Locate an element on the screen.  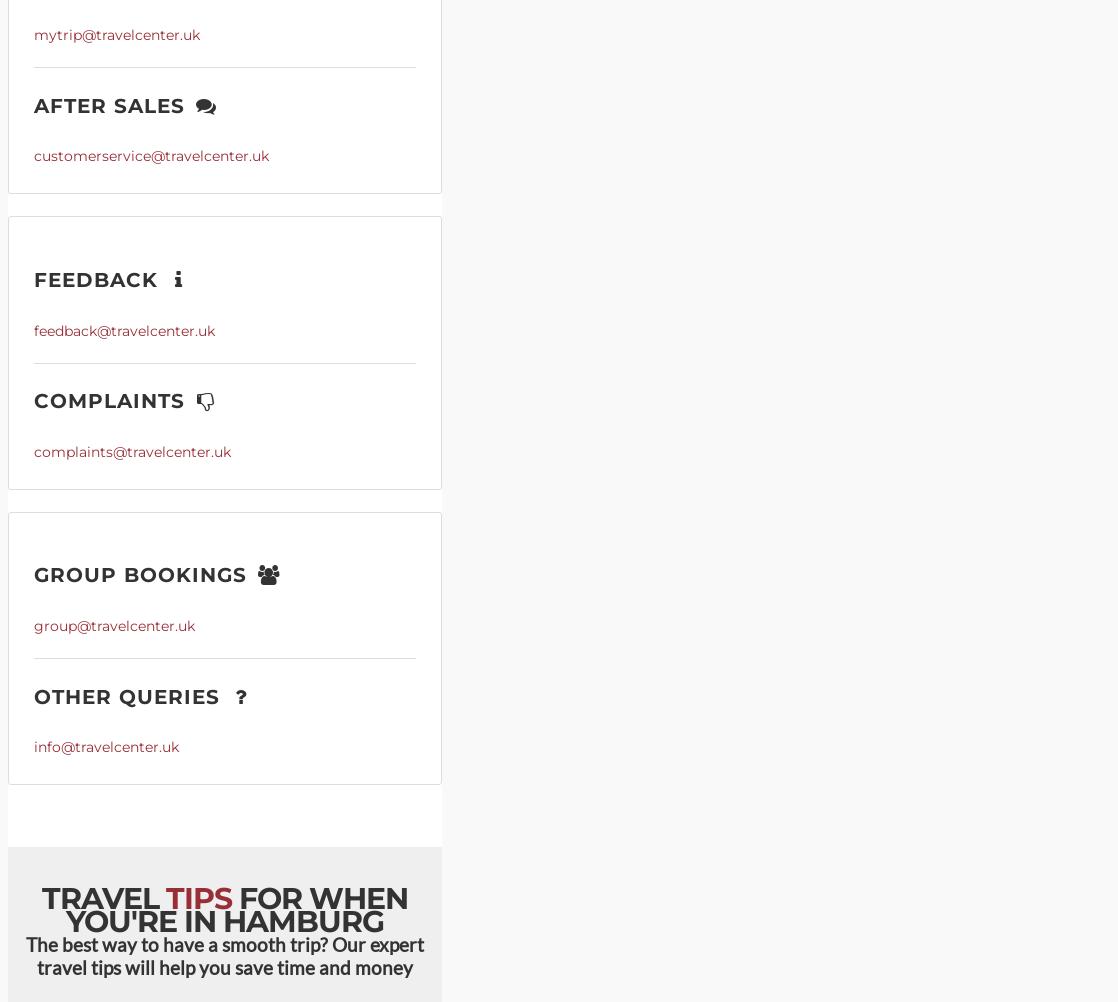
'info@travelcenter.uk' is located at coordinates (106, 746).